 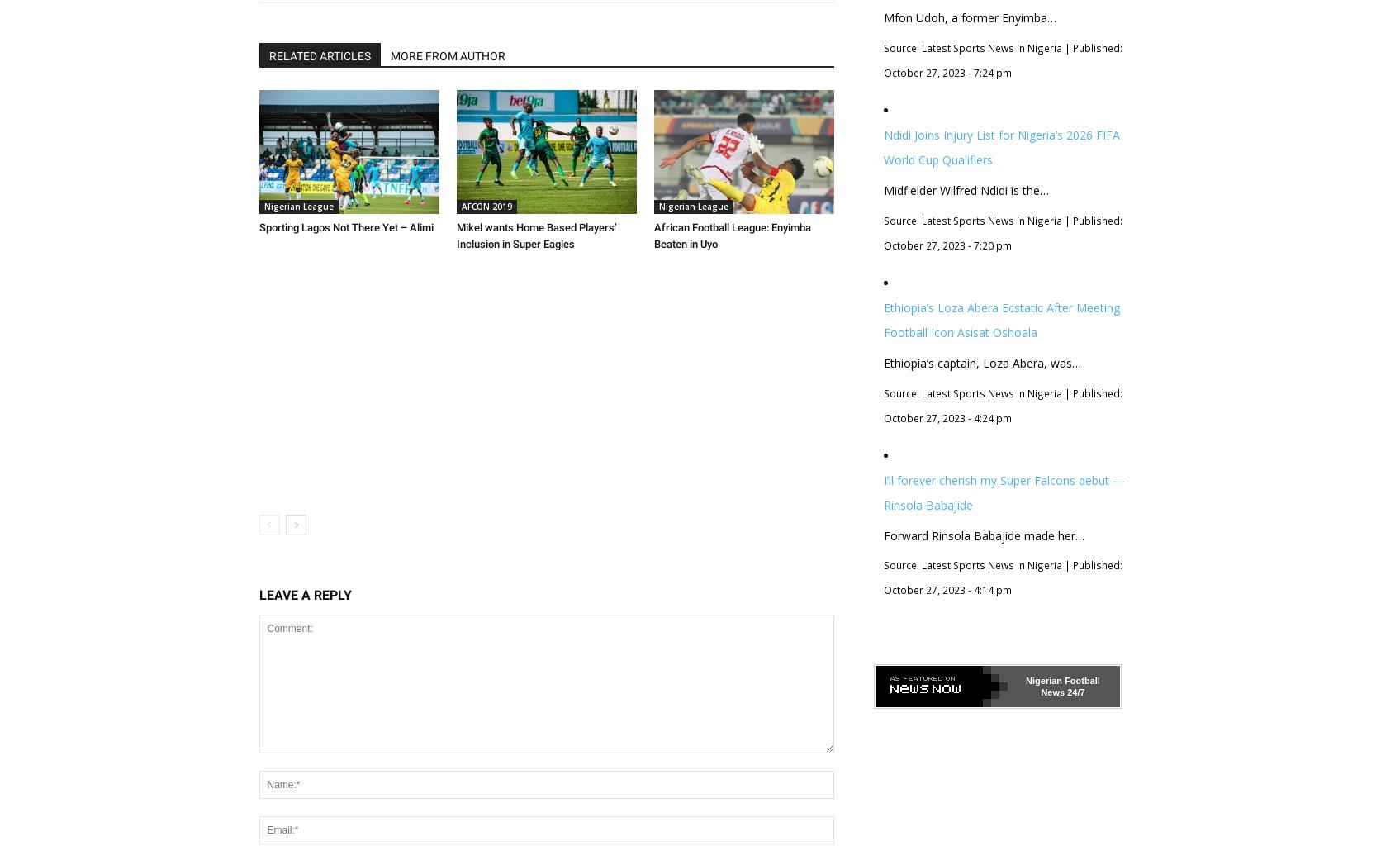 What do you see at coordinates (1074, 692) in the screenshot?
I see `'24/7'` at bounding box center [1074, 692].